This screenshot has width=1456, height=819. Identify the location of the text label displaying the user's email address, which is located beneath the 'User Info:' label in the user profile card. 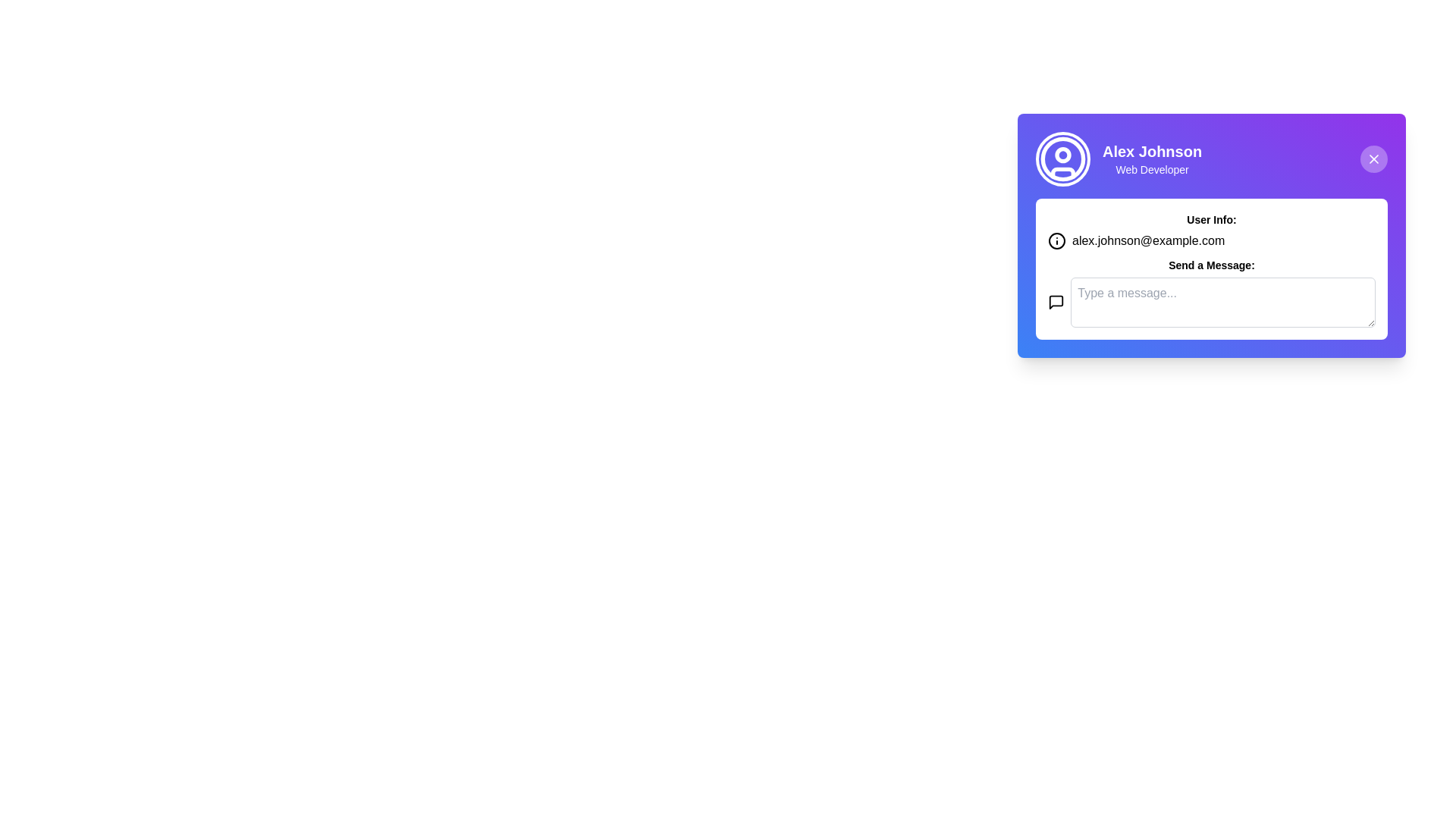
(1211, 240).